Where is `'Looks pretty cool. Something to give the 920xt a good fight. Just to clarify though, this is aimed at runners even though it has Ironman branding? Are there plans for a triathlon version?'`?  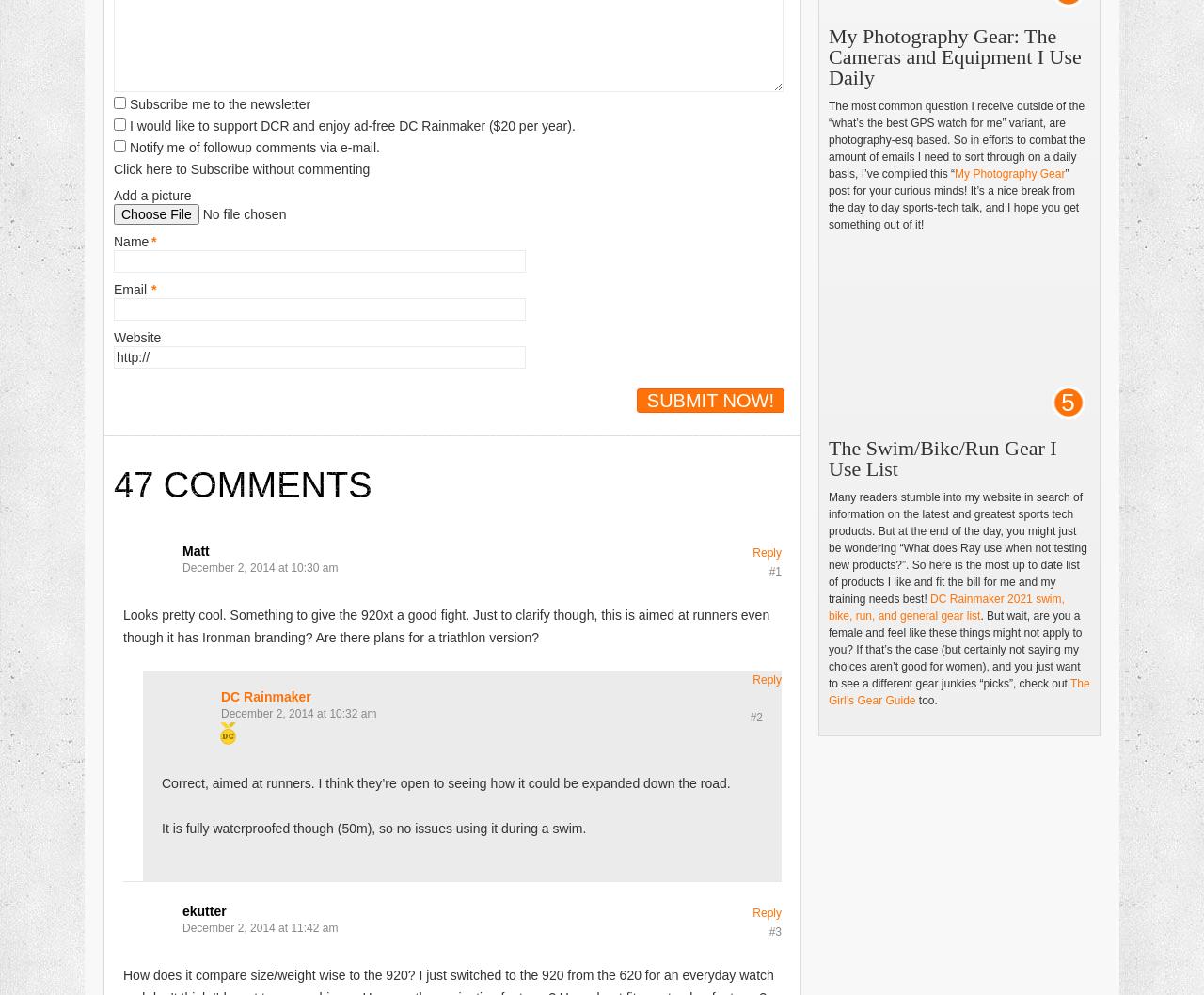
'Looks pretty cool. Something to give the 920xt a good fight. Just to clarify though, this is aimed at runners even though it has Ironman branding? Are there plans for a triathlon version?' is located at coordinates (445, 624).